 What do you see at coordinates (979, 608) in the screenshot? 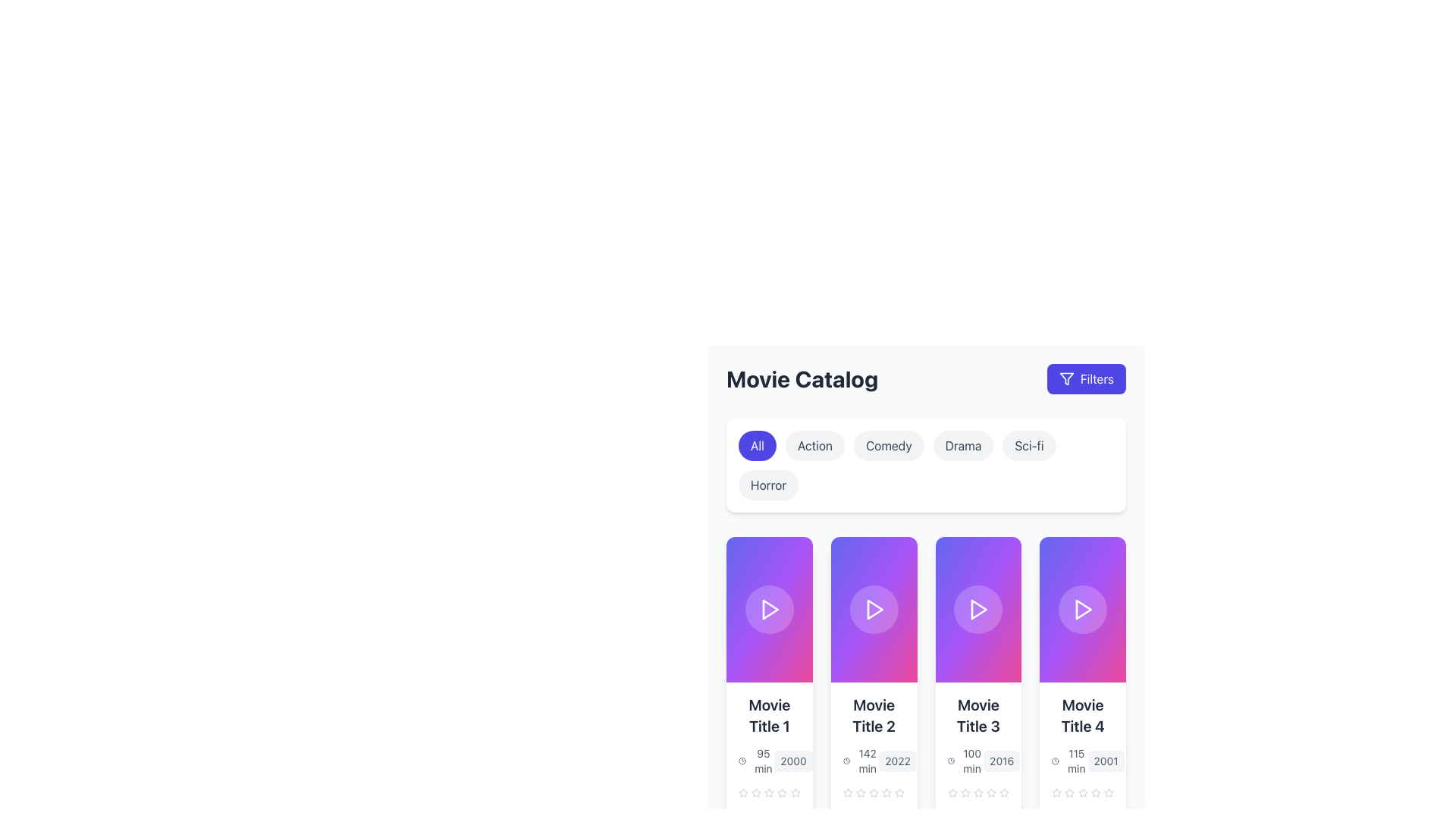
I see `the Play Icon located at the center of the third column in the movie grid` at bounding box center [979, 608].